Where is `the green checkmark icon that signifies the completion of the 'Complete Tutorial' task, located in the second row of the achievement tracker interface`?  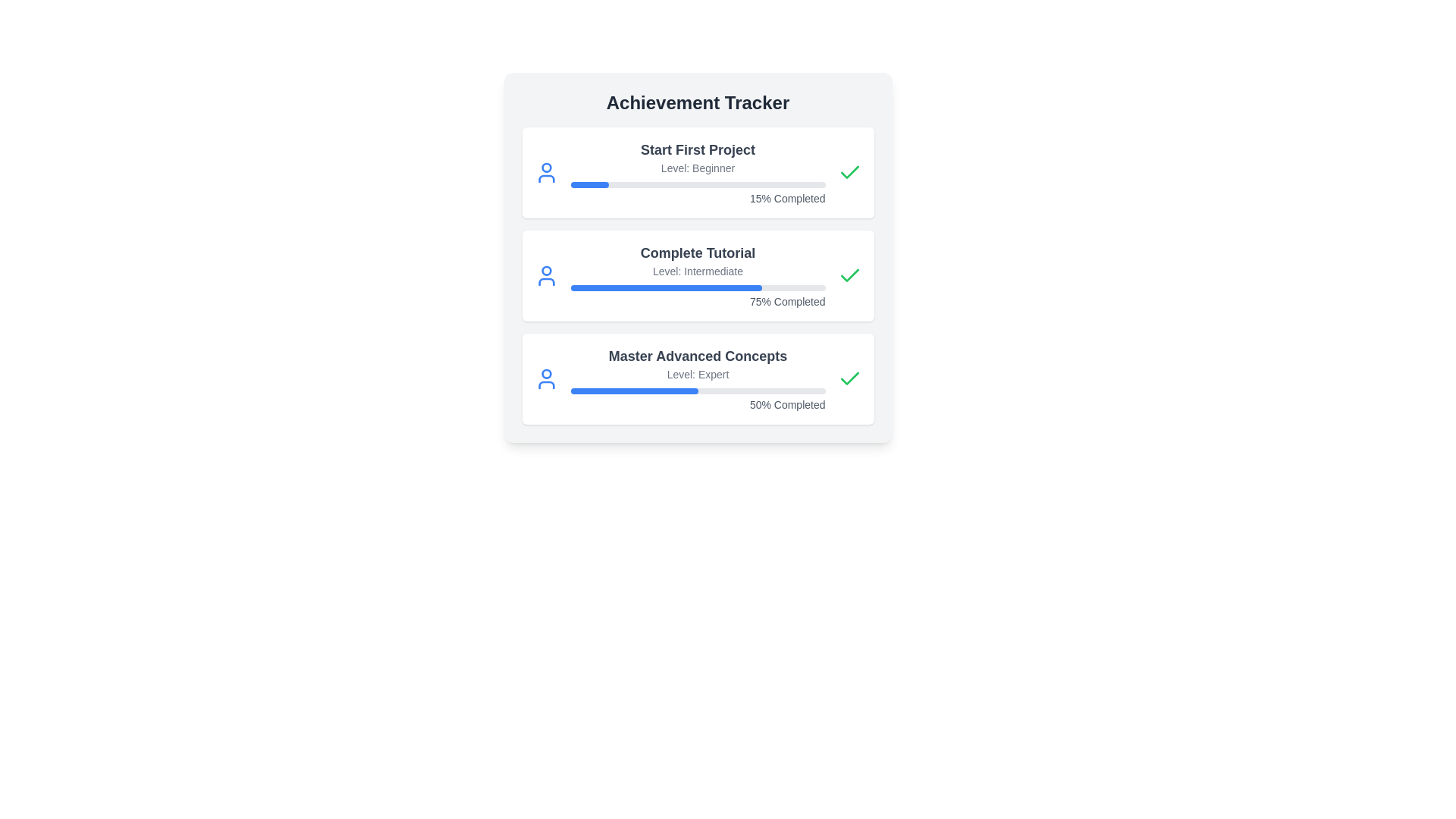
the green checkmark icon that signifies the completion of the 'Complete Tutorial' task, located in the second row of the achievement tracker interface is located at coordinates (849, 275).